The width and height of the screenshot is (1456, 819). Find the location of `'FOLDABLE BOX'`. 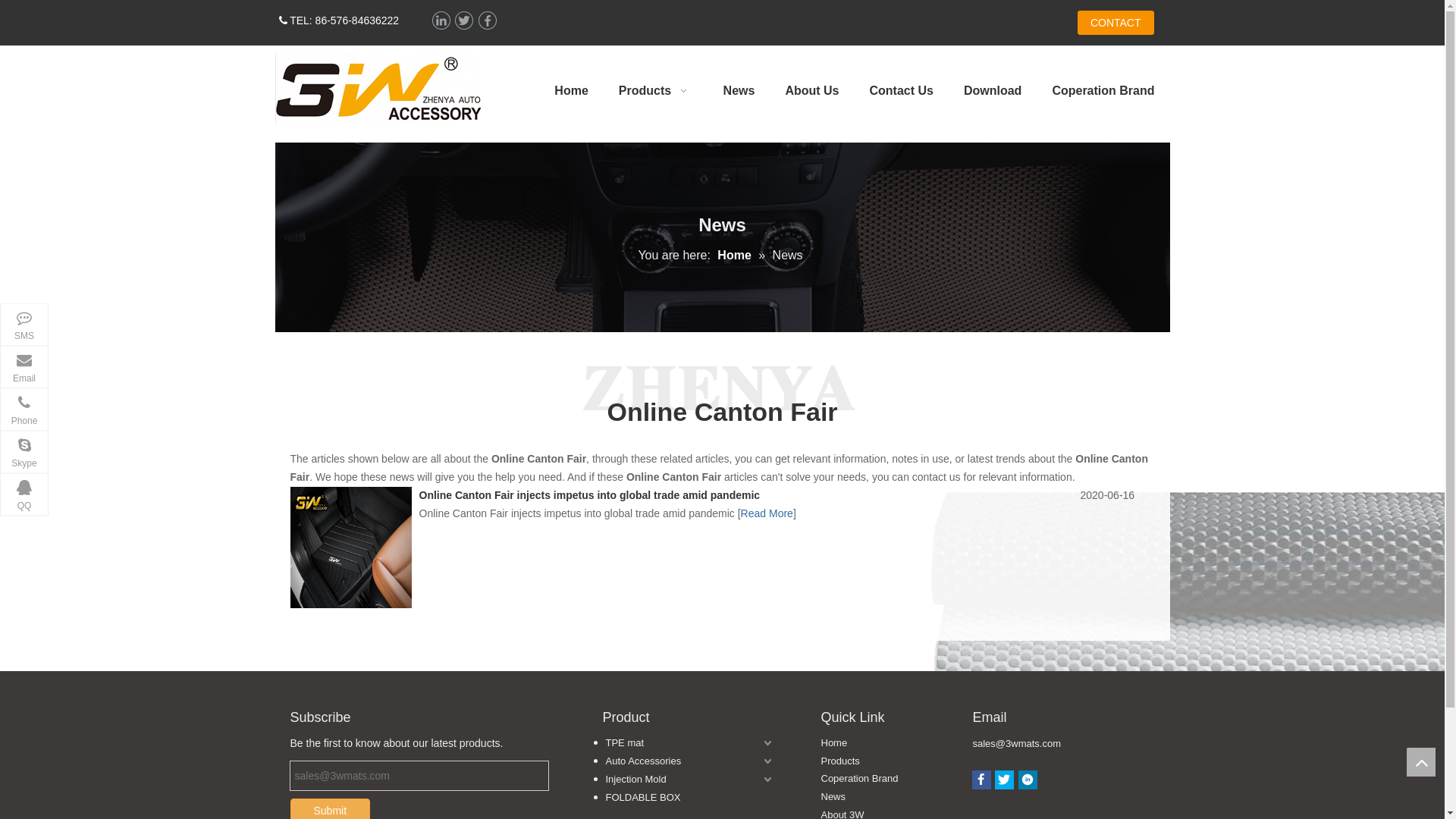

'FOLDABLE BOX' is located at coordinates (683, 797).